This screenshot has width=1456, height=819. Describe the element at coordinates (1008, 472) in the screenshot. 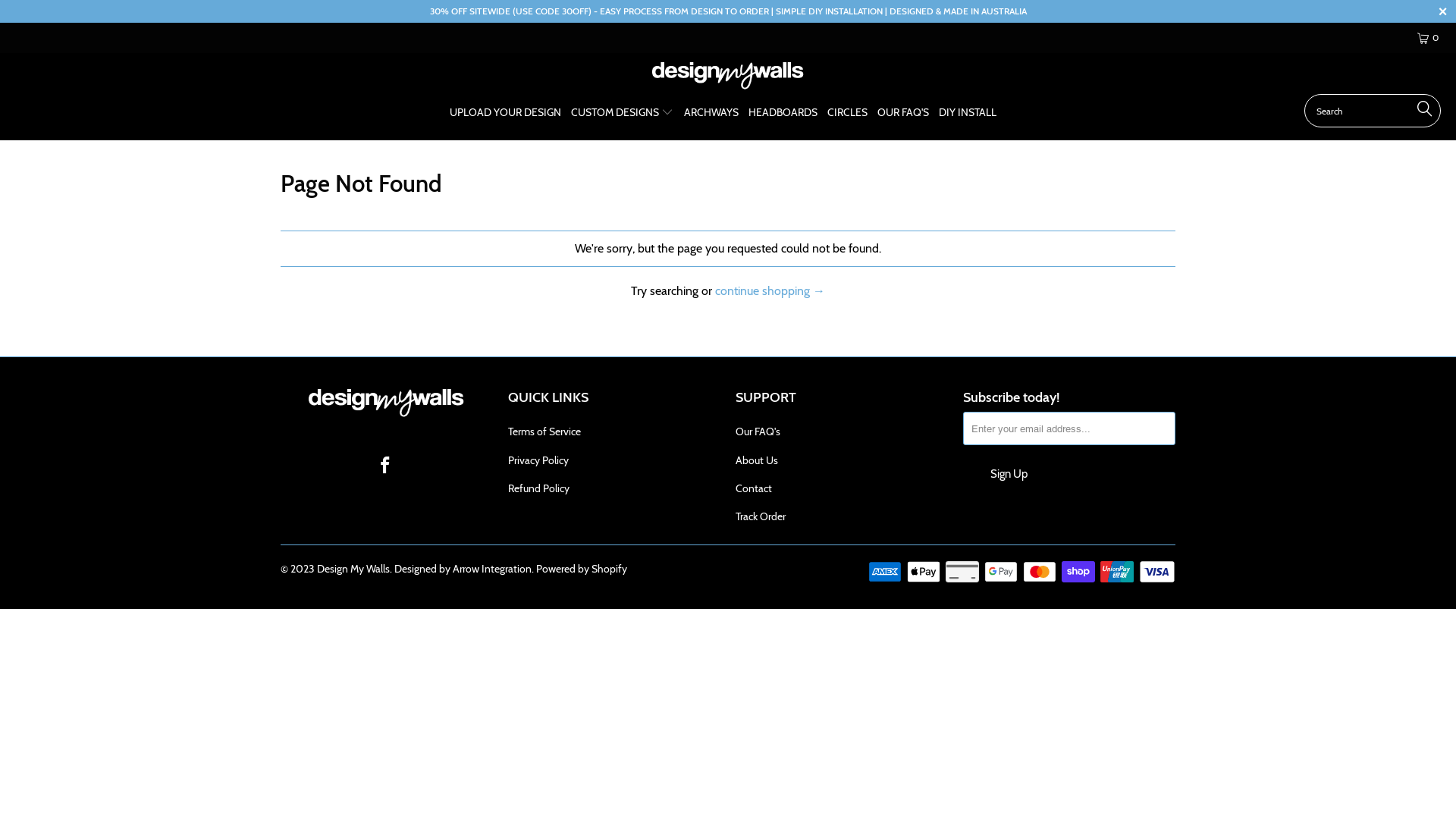

I see `'Sign Up'` at that location.